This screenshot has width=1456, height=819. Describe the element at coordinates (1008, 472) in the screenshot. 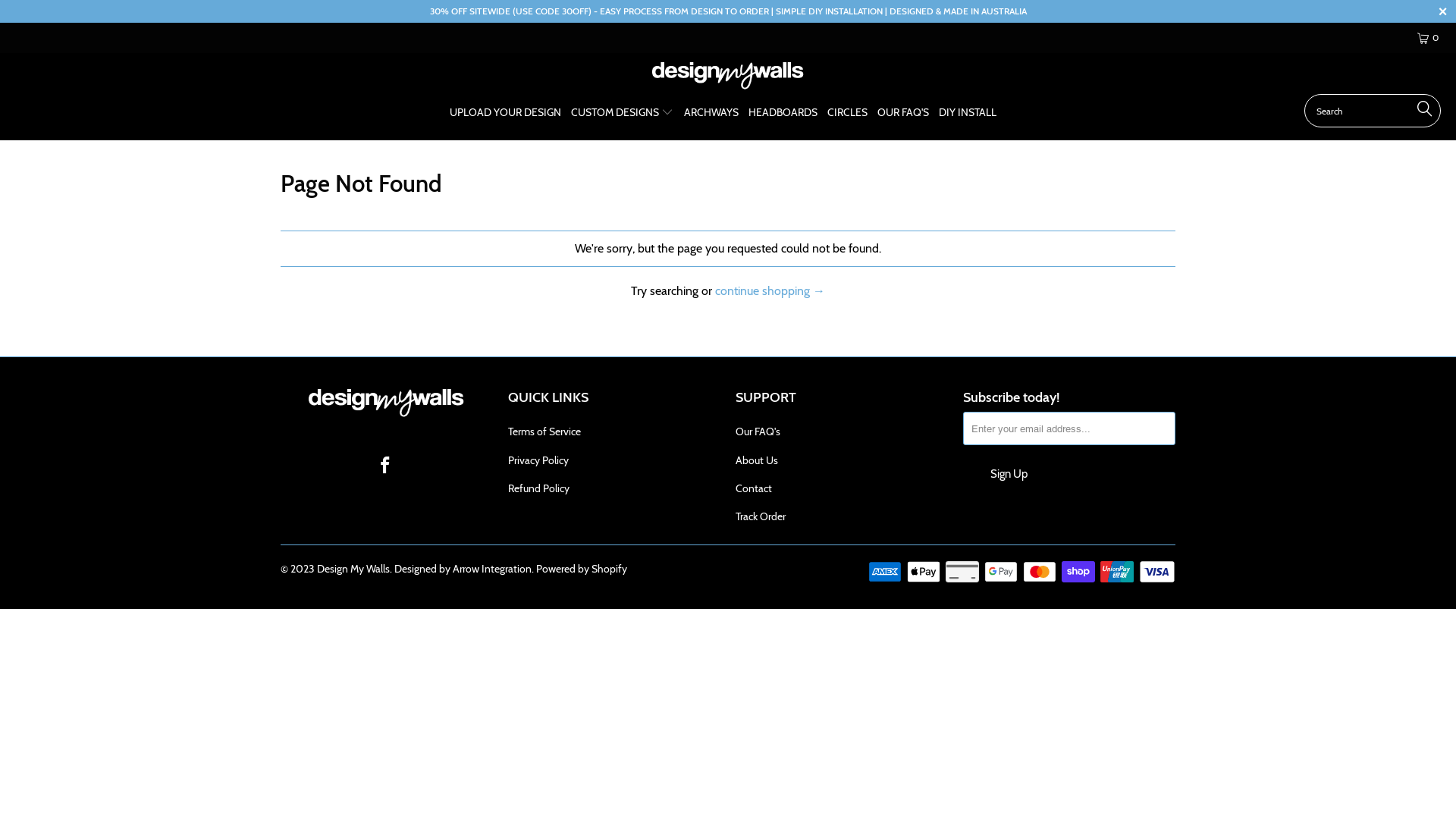

I see `'Sign Up'` at that location.